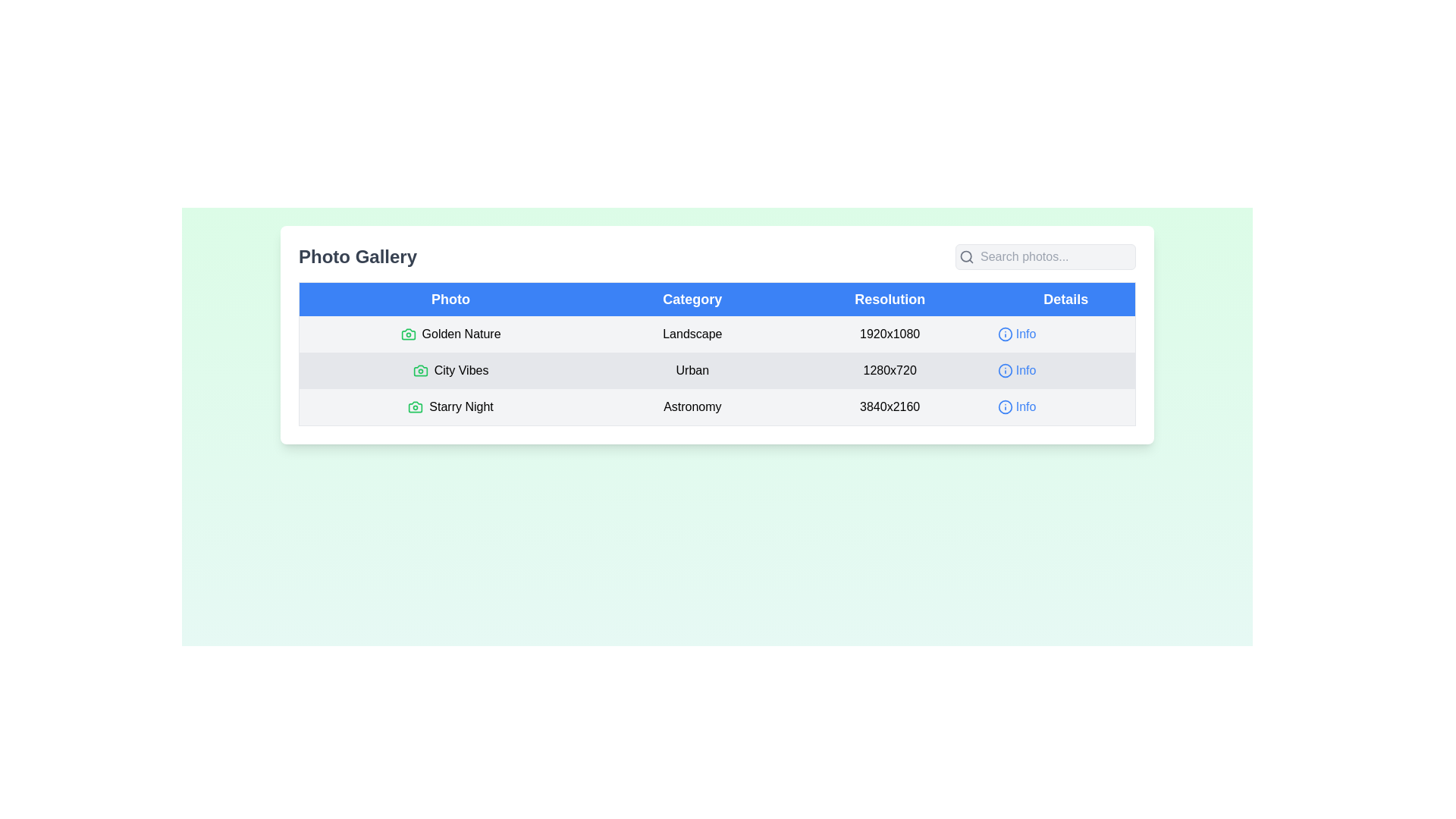 This screenshot has height=819, width=1456. I want to click on the header row of the table, specifically on the text 'Category' which labels the second column, so click(716, 299).